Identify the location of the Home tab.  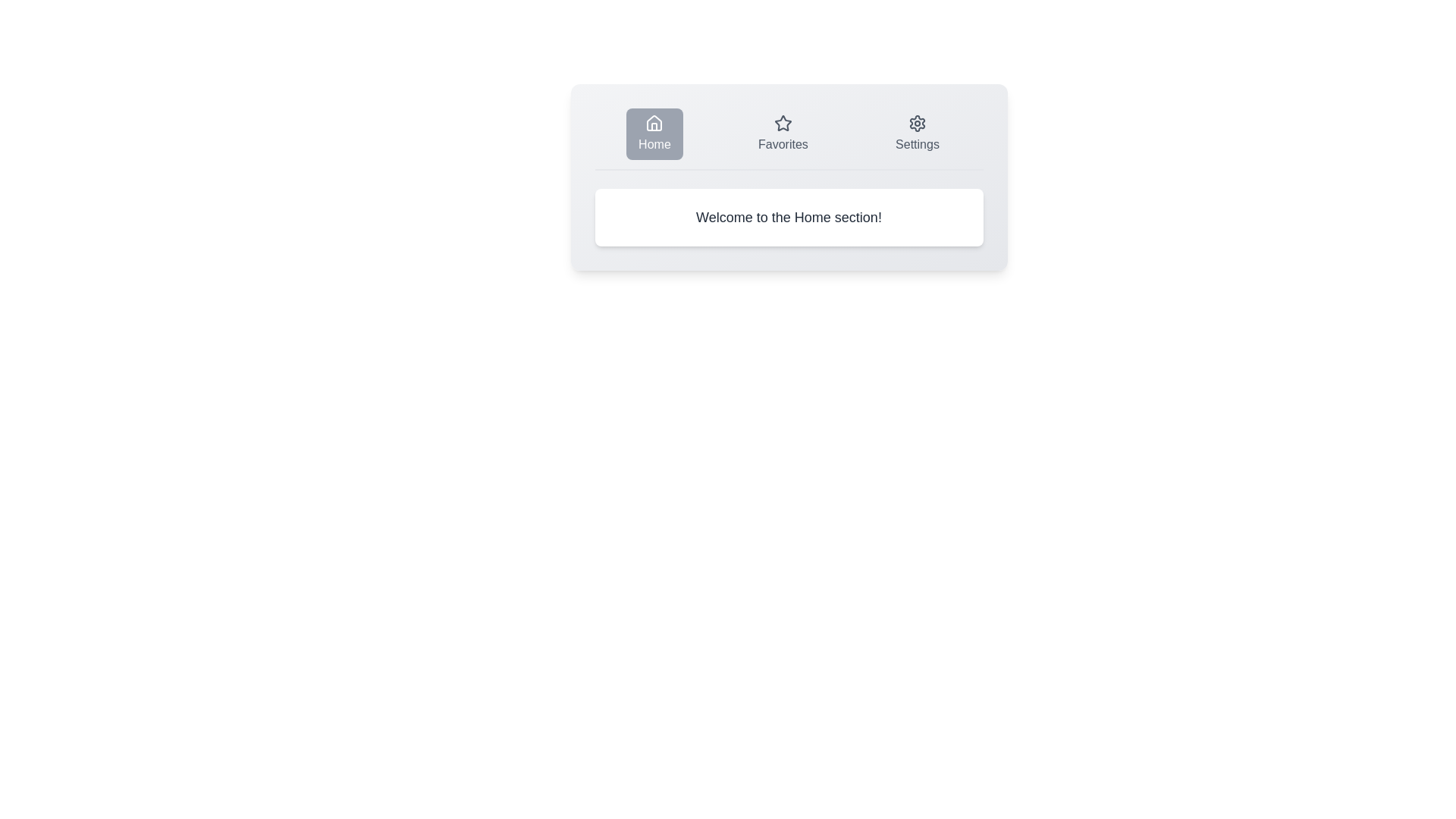
(654, 133).